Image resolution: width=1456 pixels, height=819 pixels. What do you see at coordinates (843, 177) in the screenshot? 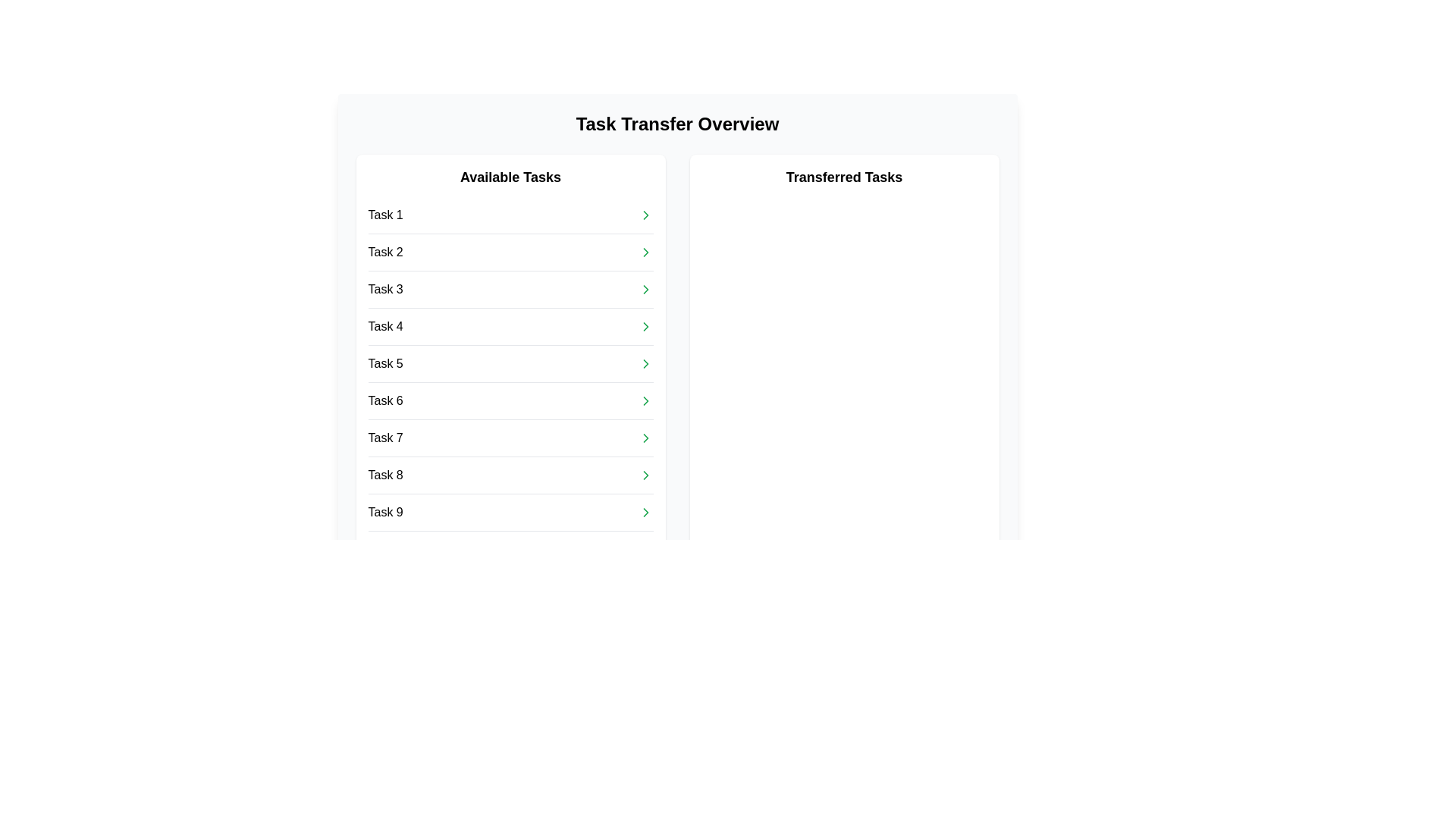
I see `the bold text label 'Transferred Tasks' which is centrally aligned in a white box with rounded corners, located in the top-right section below the header 'Task Transfer Overview'` at bounding box center [843, 177].